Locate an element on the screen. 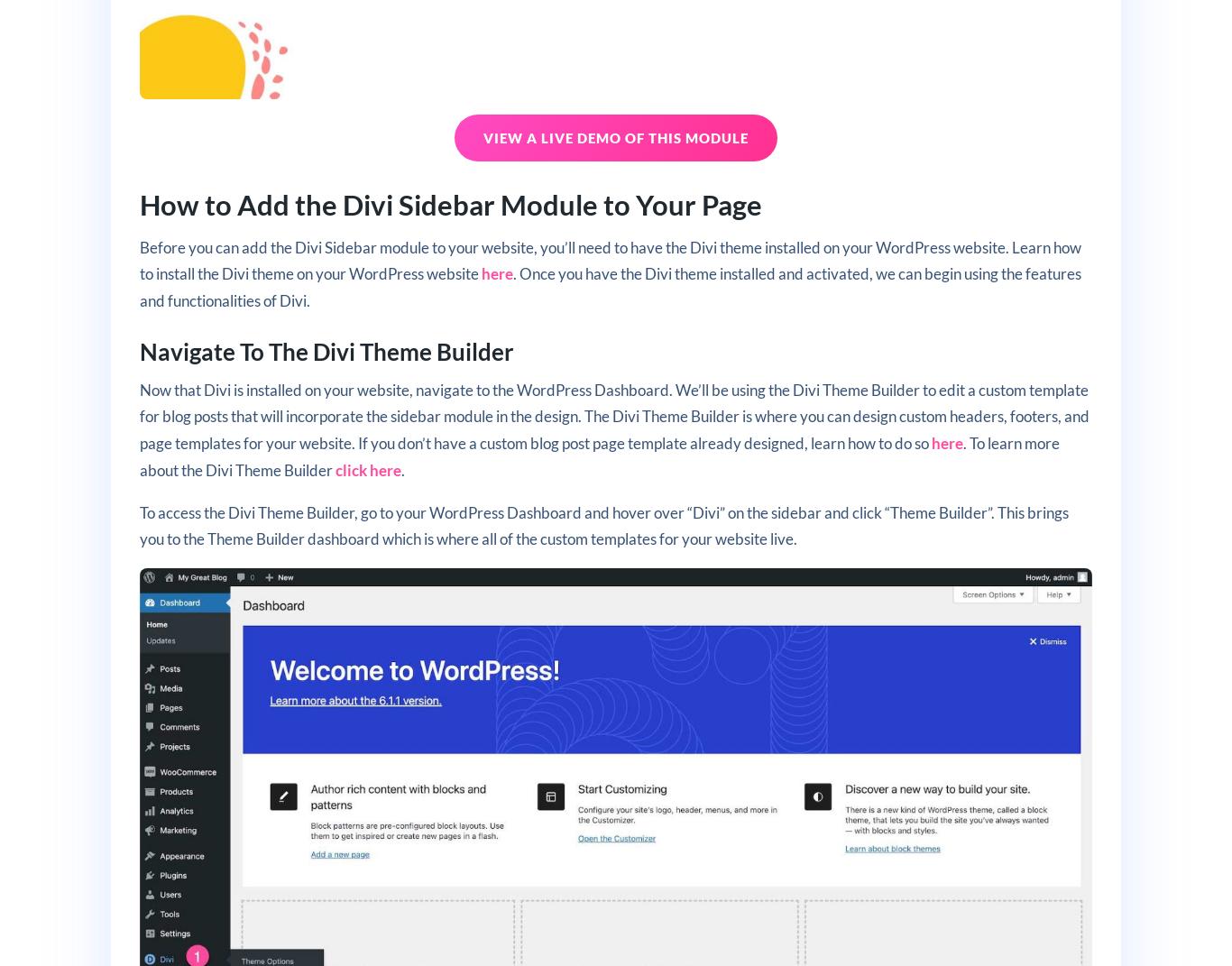 This screenshot has width=1232, height=966. '. To learn more about the Divi Theme Builder' is located at coordinates (598, 455).